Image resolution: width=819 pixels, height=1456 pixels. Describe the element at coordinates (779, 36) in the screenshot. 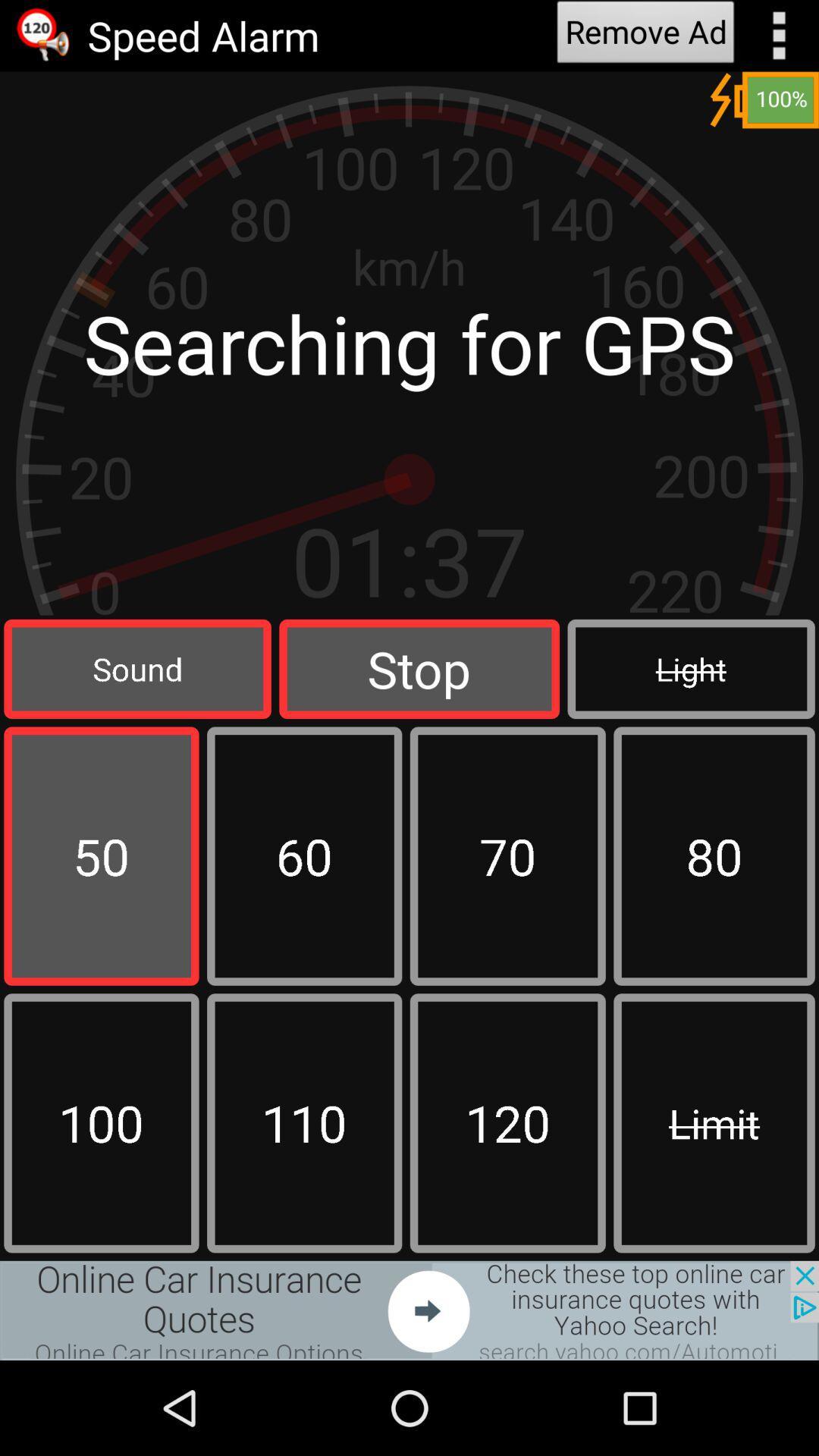

I see `setting option` at that location.